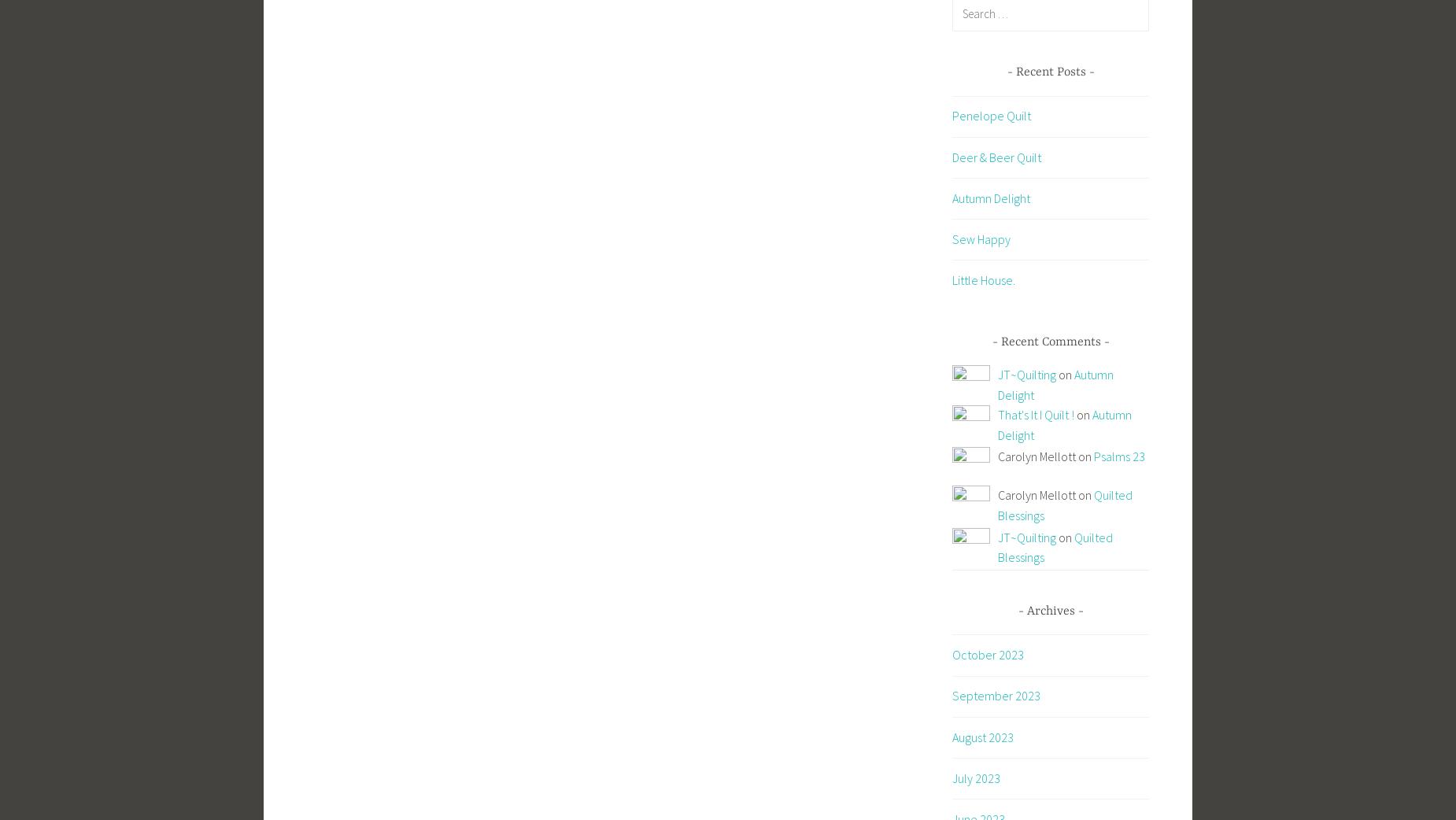 This screenshot has height=820, width=1456. Describe the element at coordinates (952, 279) in the screenshot. I see `'Little House.'` at that location.